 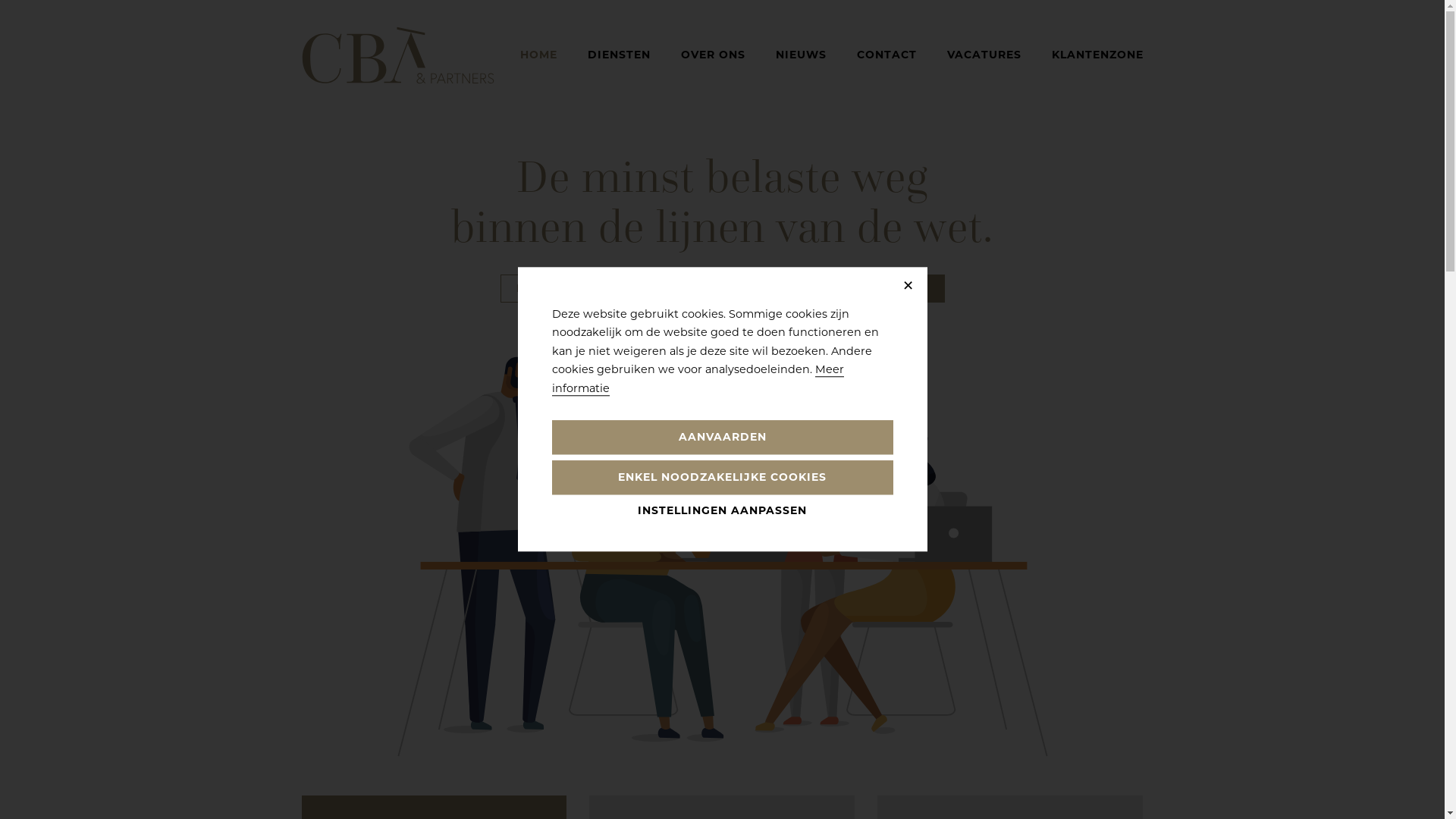 What do you see at coordinates (722, 438) in the screenshot?
I see `'AANVAARDEN'` at bounding box center [722, 438].